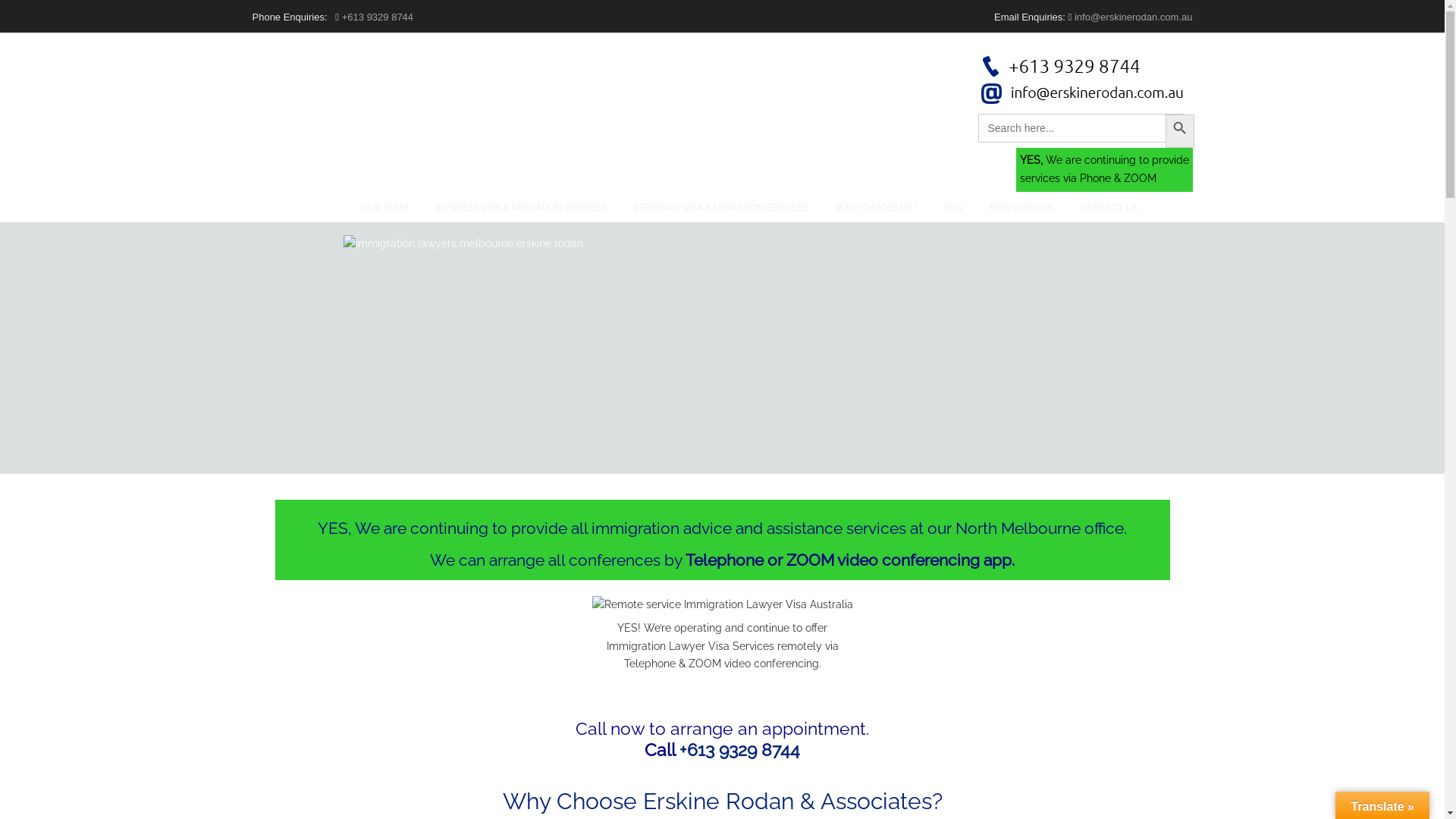  I want to click on 'FAQ', so click(928, 207).